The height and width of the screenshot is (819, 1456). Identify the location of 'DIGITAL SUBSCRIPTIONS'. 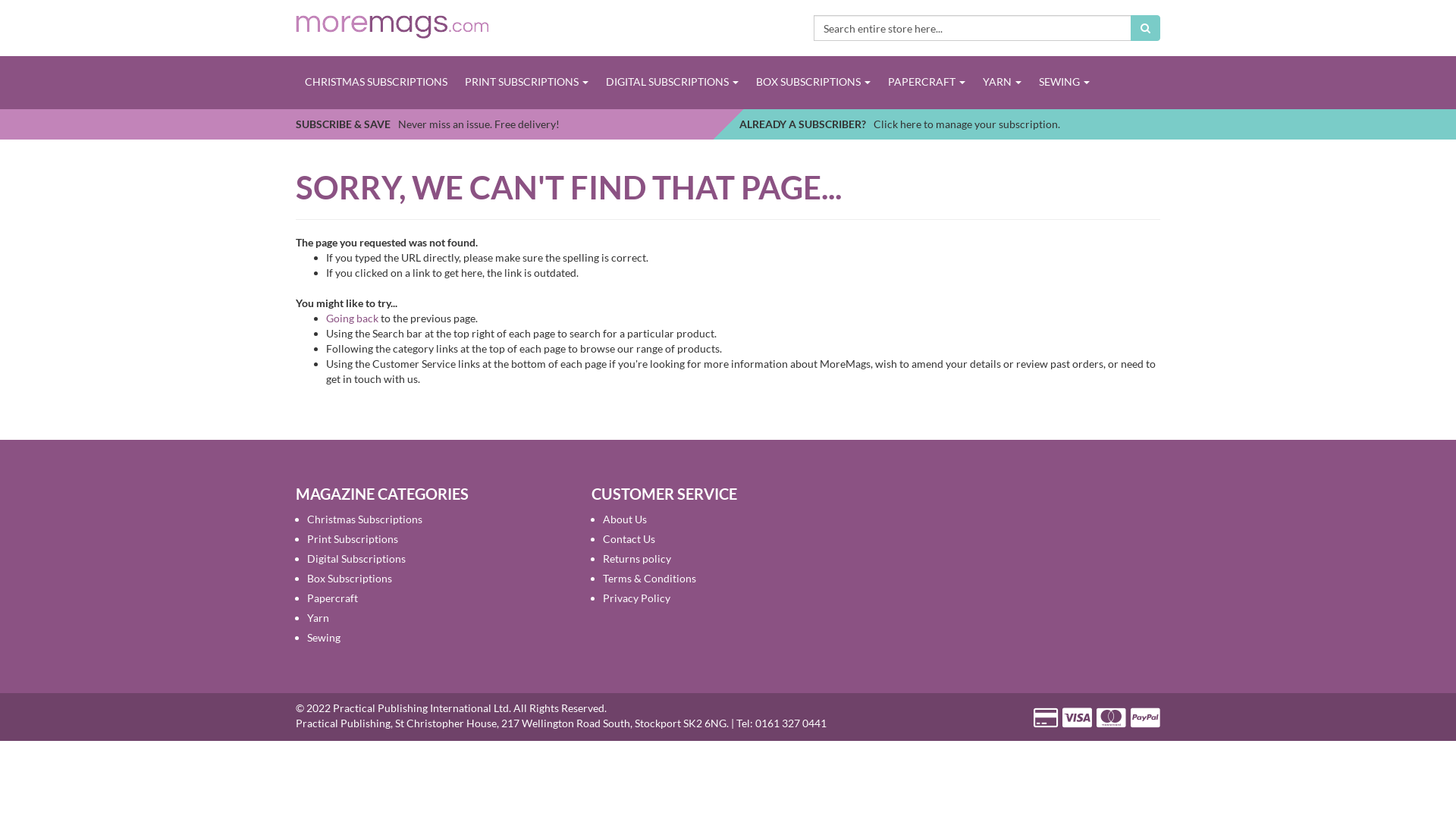
(671, 82).